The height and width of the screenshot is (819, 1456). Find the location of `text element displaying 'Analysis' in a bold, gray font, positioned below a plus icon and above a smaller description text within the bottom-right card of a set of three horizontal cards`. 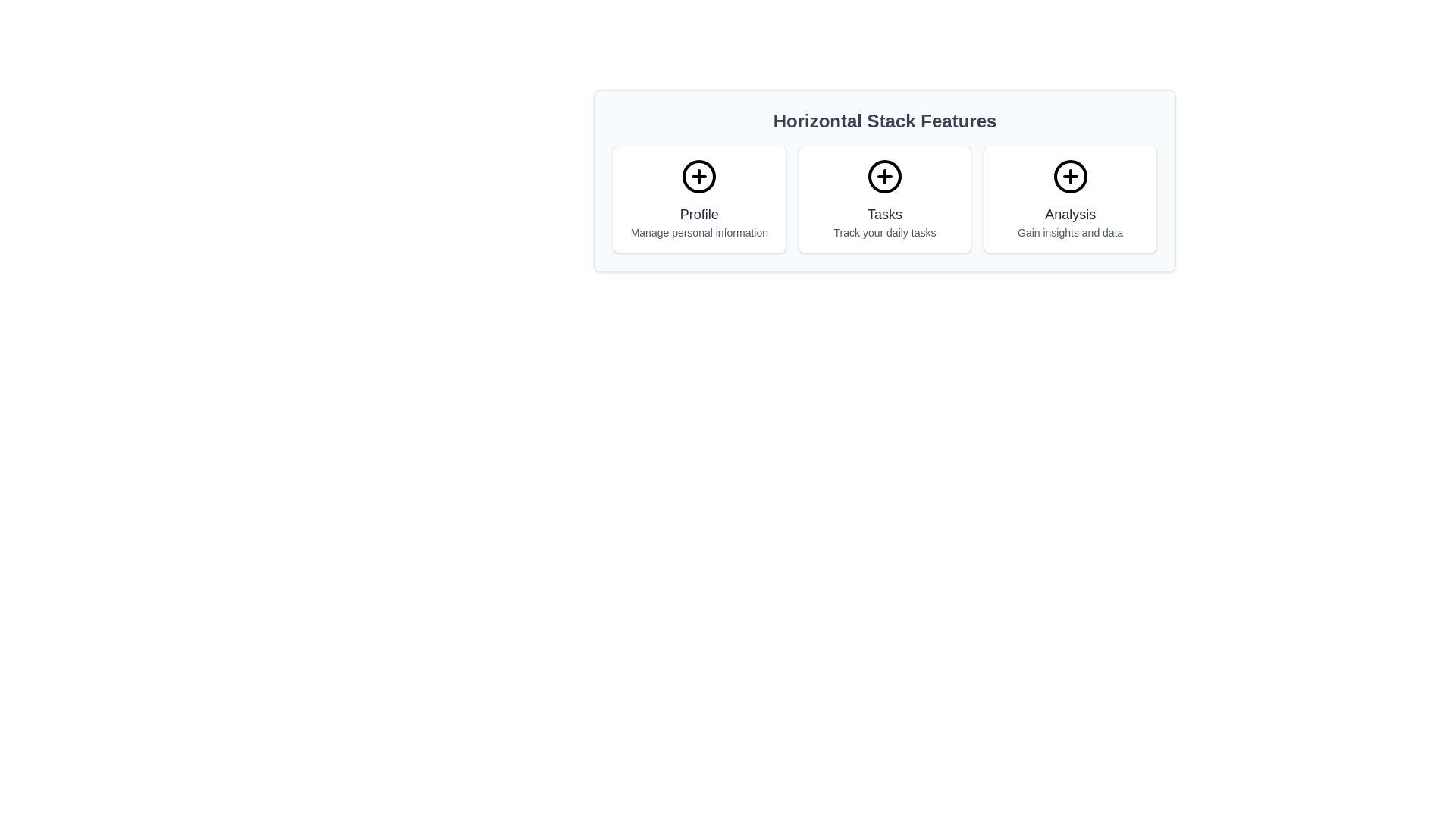

text element displaying 'Analysis' in a bold, gray font, positioned below a plus icon and above a smaller description text within the bottom-right card of a set of three horizontal cards is located at coordinates (1069, 214).